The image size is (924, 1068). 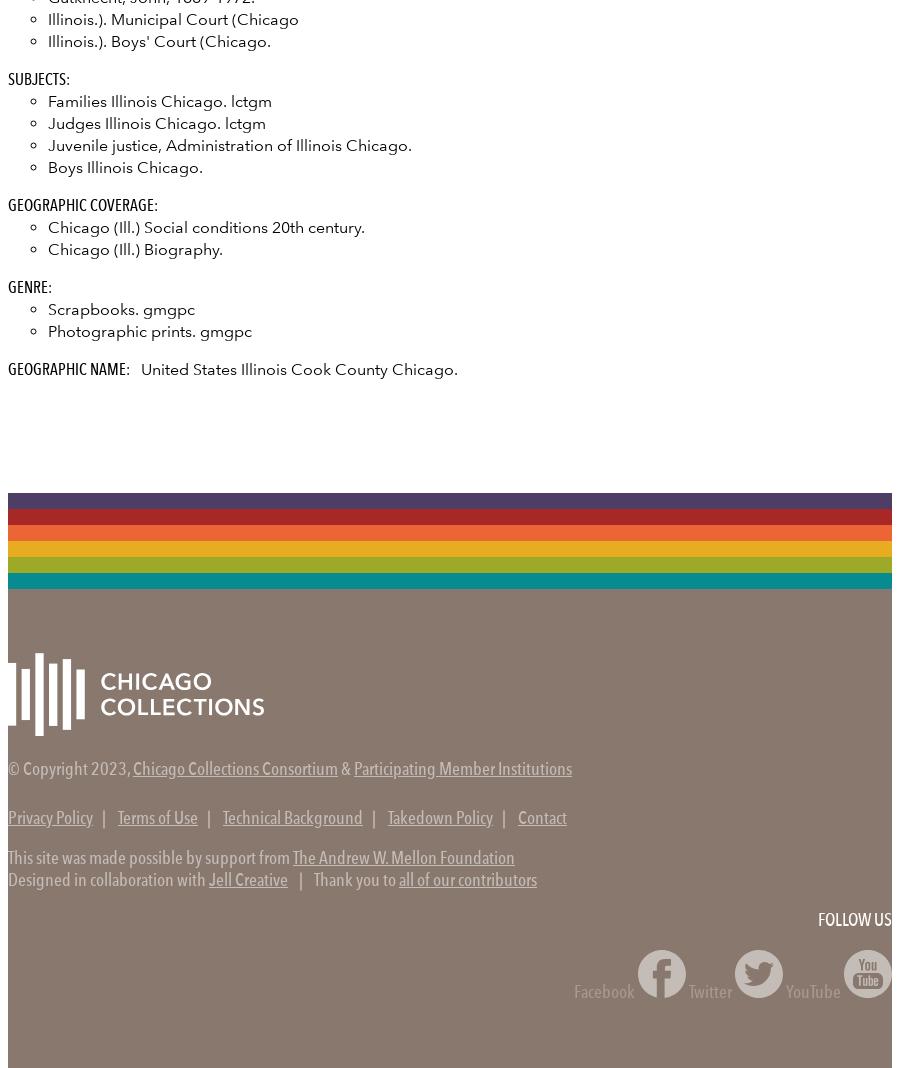 I want to click on 'Photographic prints. gmgpc', so click(x=149, y=329).